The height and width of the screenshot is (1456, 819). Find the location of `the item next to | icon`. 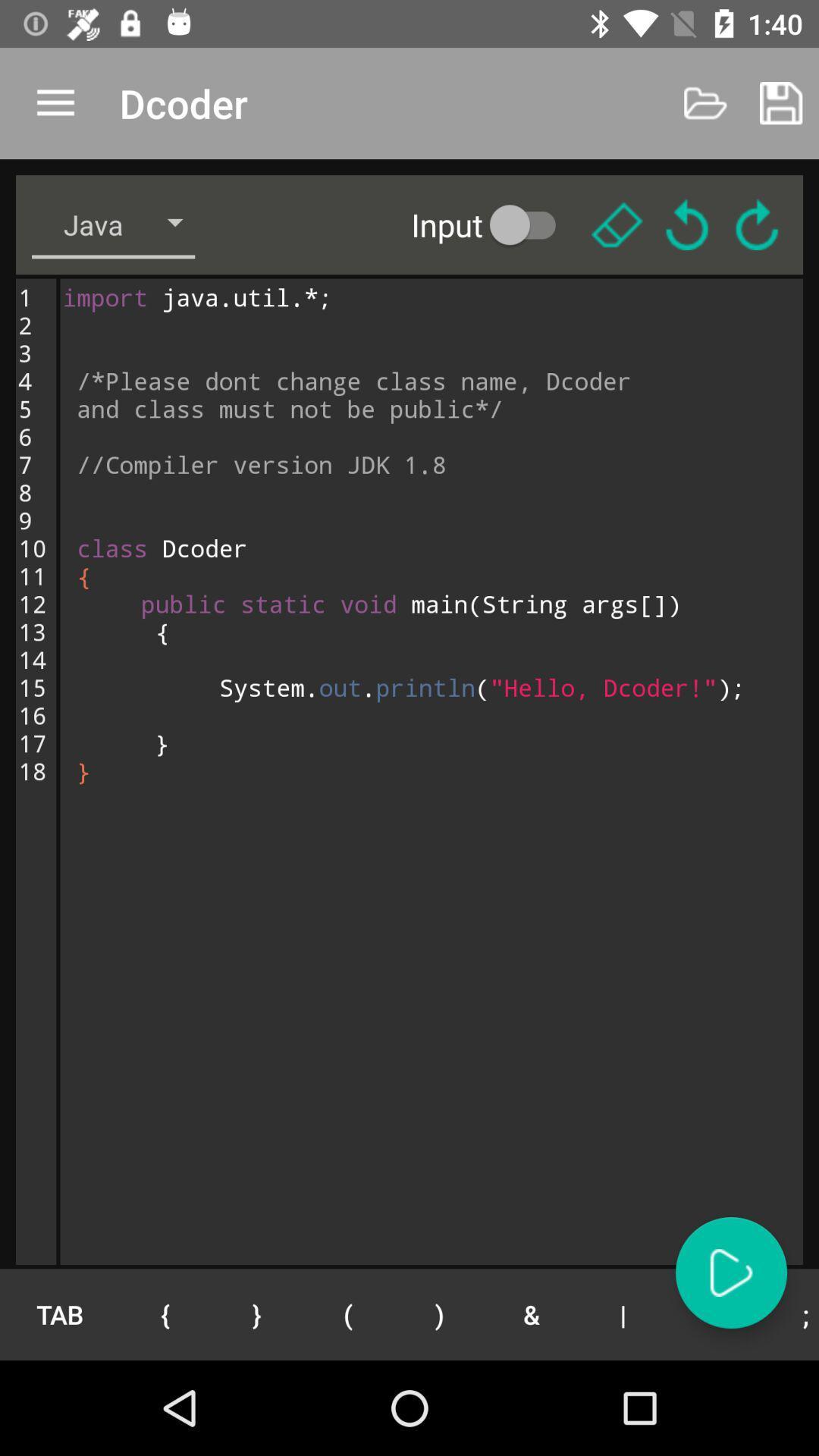

the item next to | icon is located at coordinates (714, 1313).